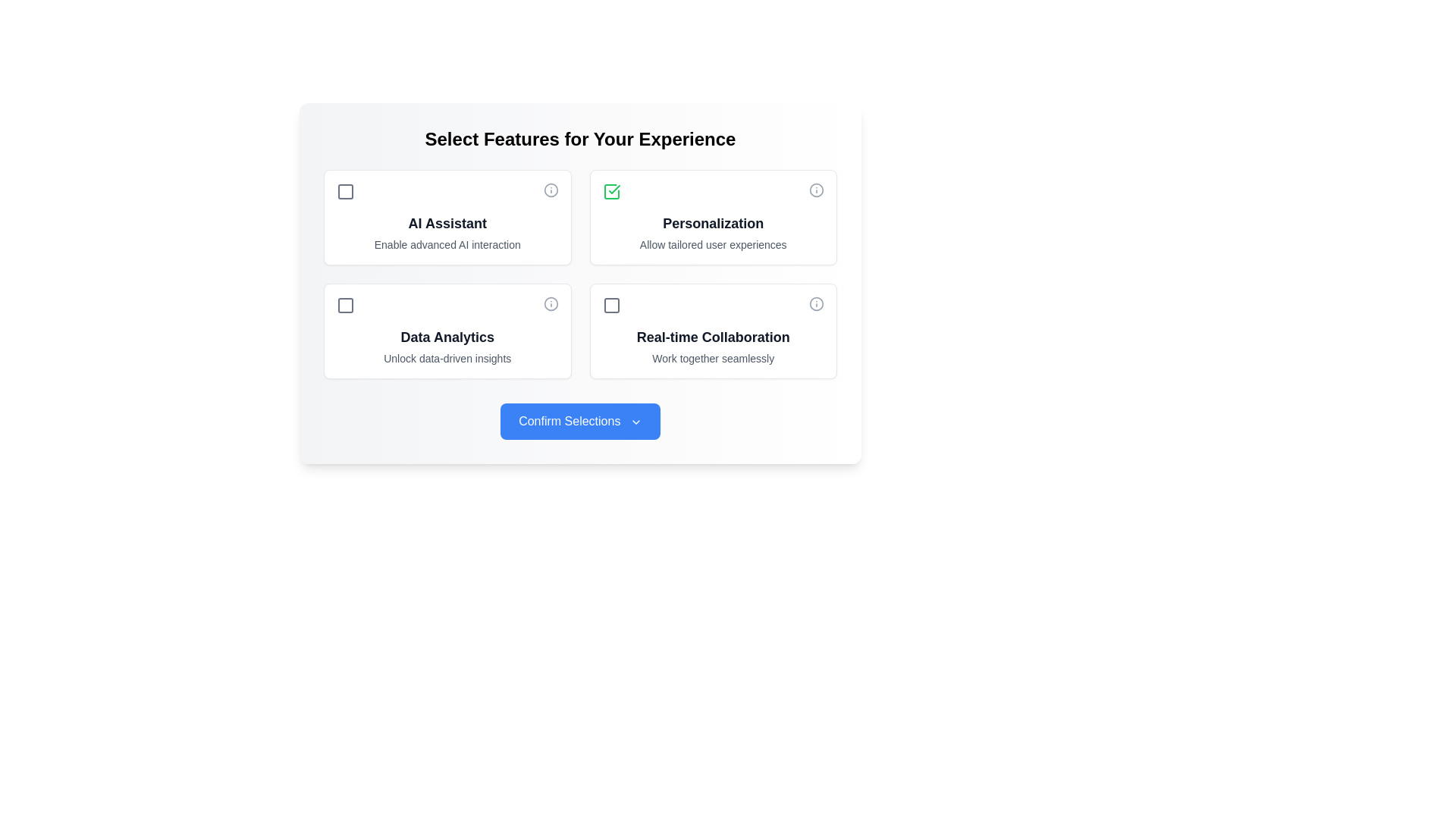 This screenshot has height=819, width=1456. I want to click on the text label serving as the title for the 'Data Analytics' feature option, located in the lower-left section of the feature grid, above the text 'Unlock data-driven insights', so click(447, 336).